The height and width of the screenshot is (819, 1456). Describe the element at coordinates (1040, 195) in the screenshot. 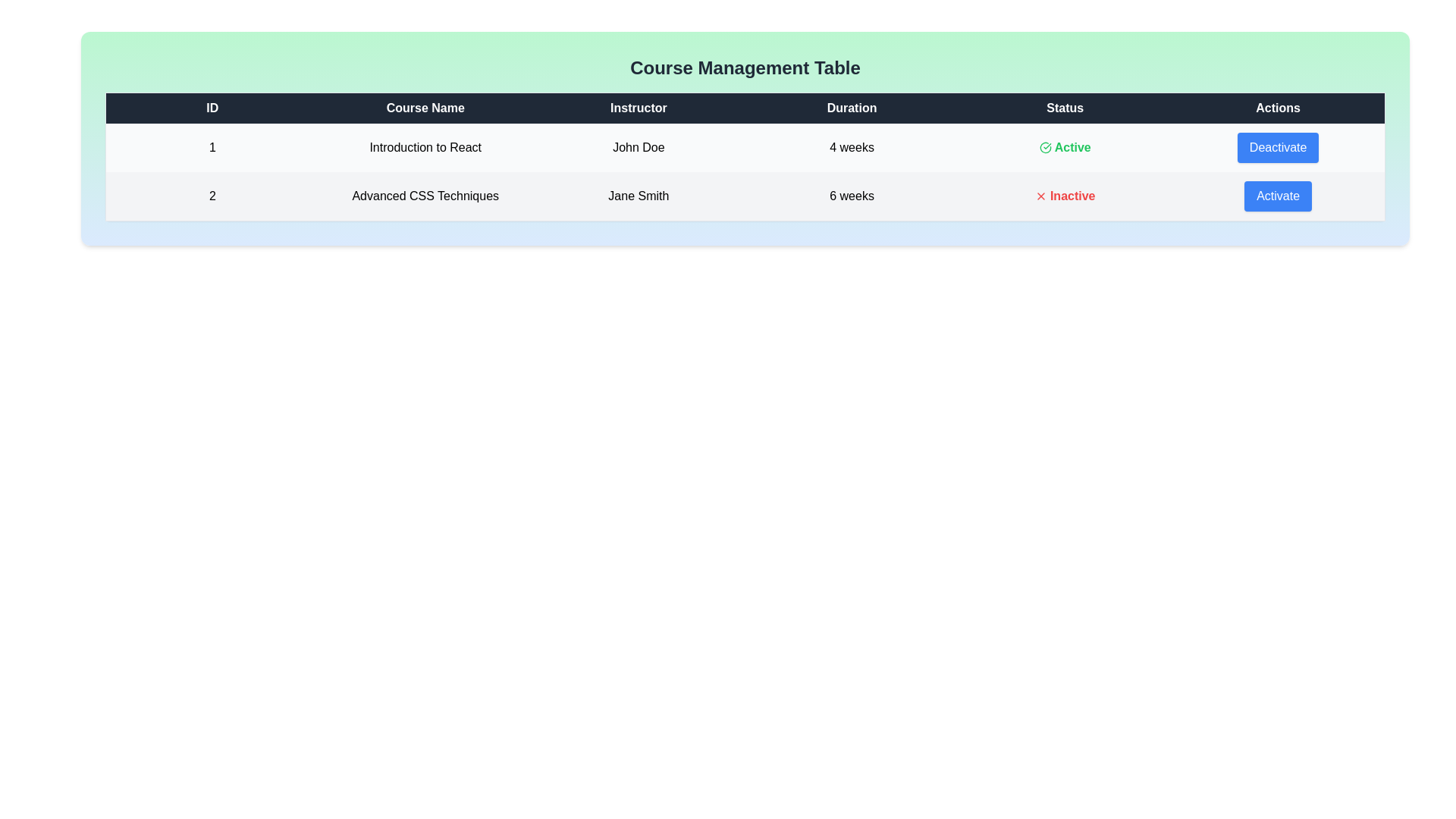

I see `the 'Inactive' status icon located in the 'Status' column of the second row of the table, which aligns horizontally with the text 'Inactive' for the course 'Advanced CSS Techniques'` at that location.